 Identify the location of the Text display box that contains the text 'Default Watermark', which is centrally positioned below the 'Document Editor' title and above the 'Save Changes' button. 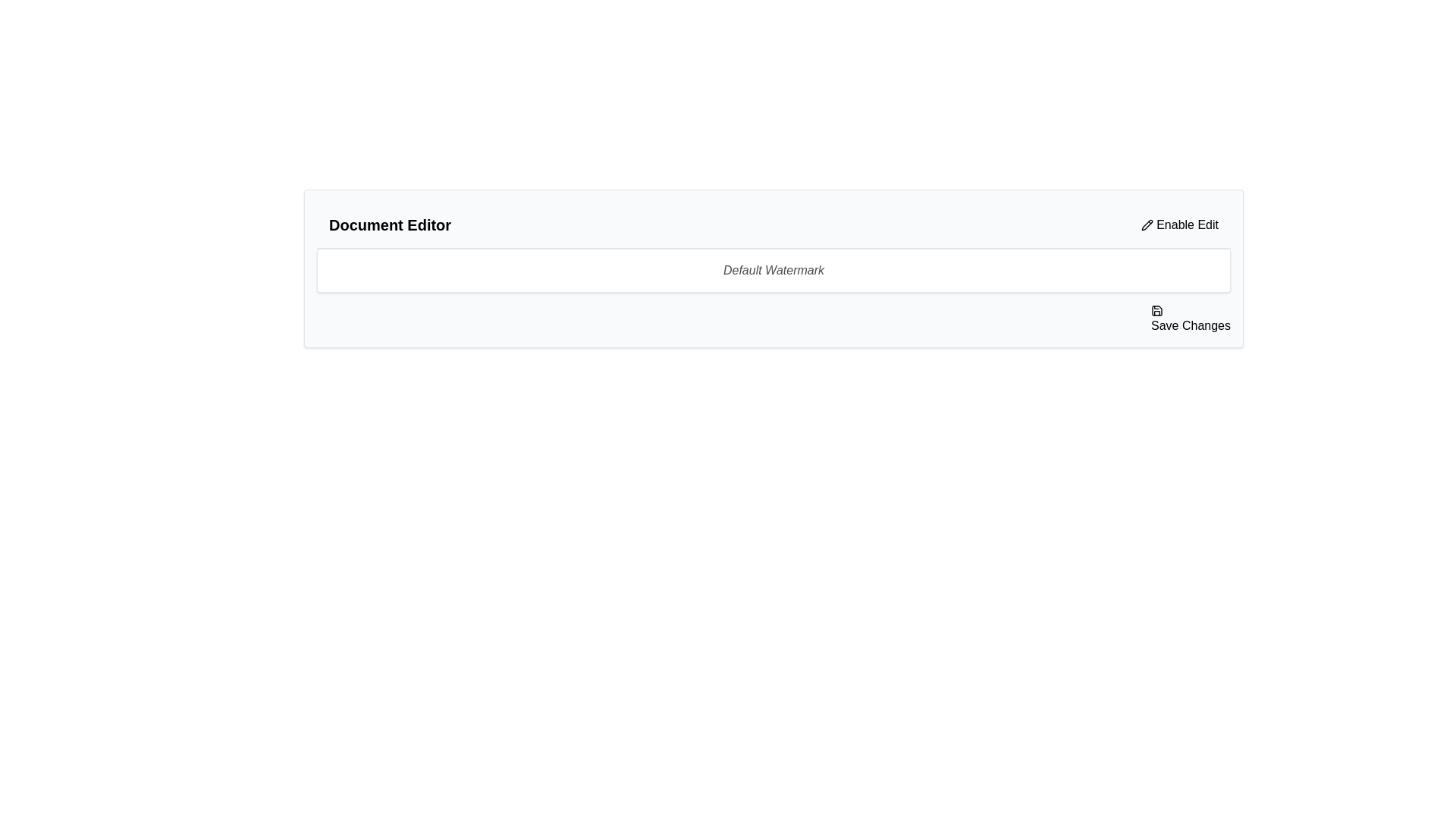
(773, 270).